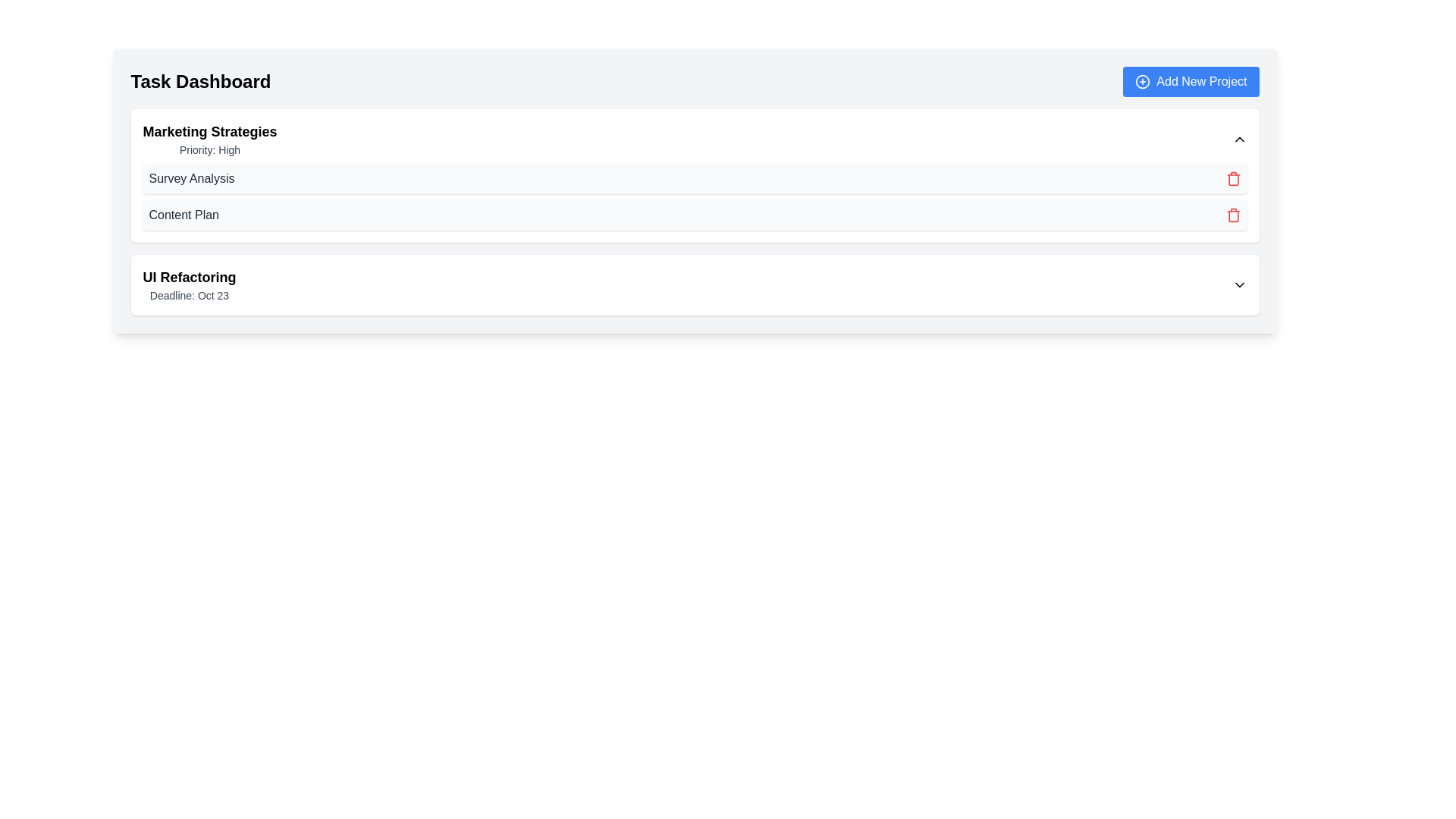  I want to click on the 'Add New Project' button with a blue background and white text located in the top-right corner of the Task Dashboard, so click(1190, 82).